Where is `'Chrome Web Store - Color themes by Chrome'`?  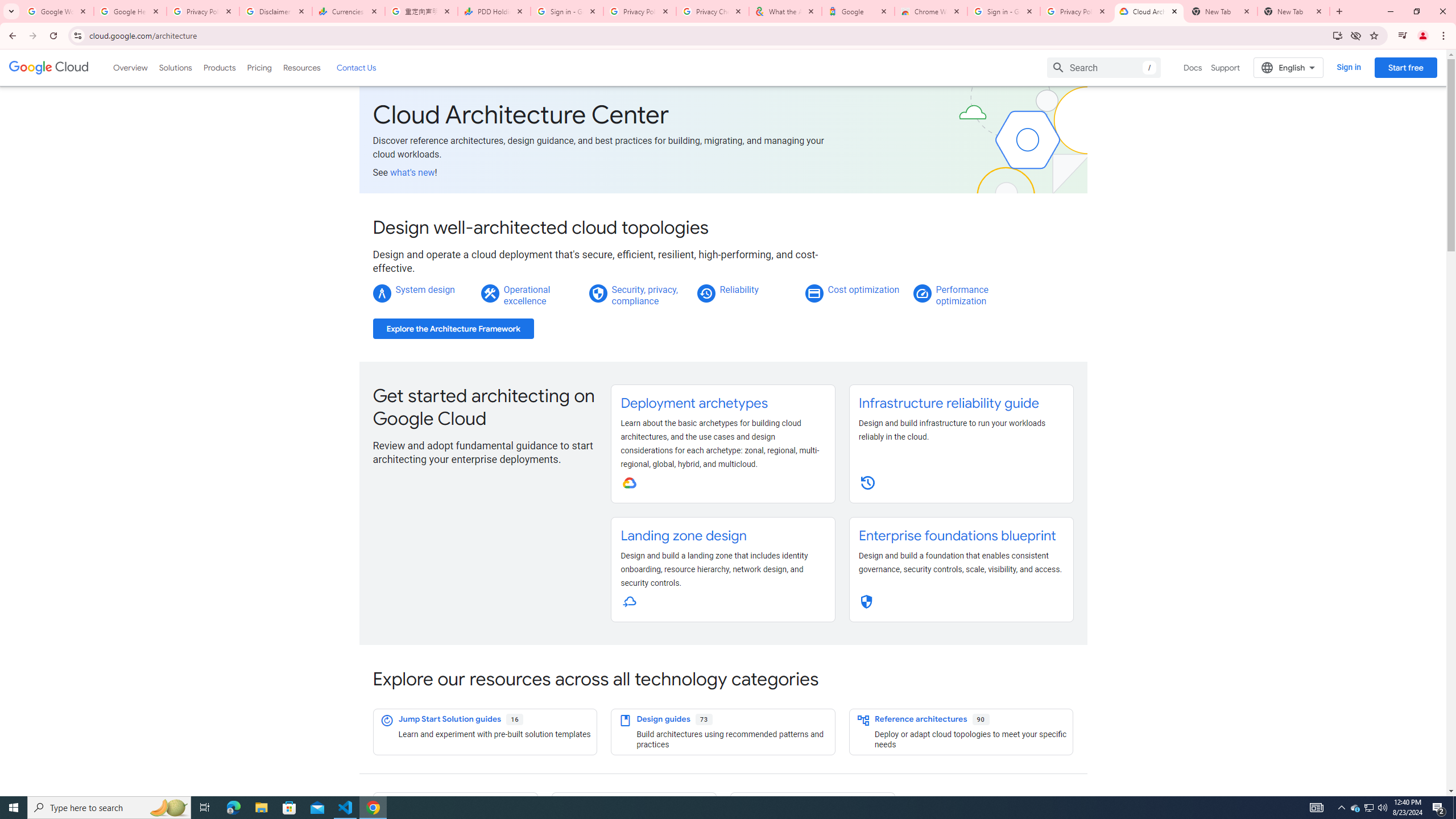
'Chrome Web Store - Color themes by Chrome' is located at coordinates (930, 11).